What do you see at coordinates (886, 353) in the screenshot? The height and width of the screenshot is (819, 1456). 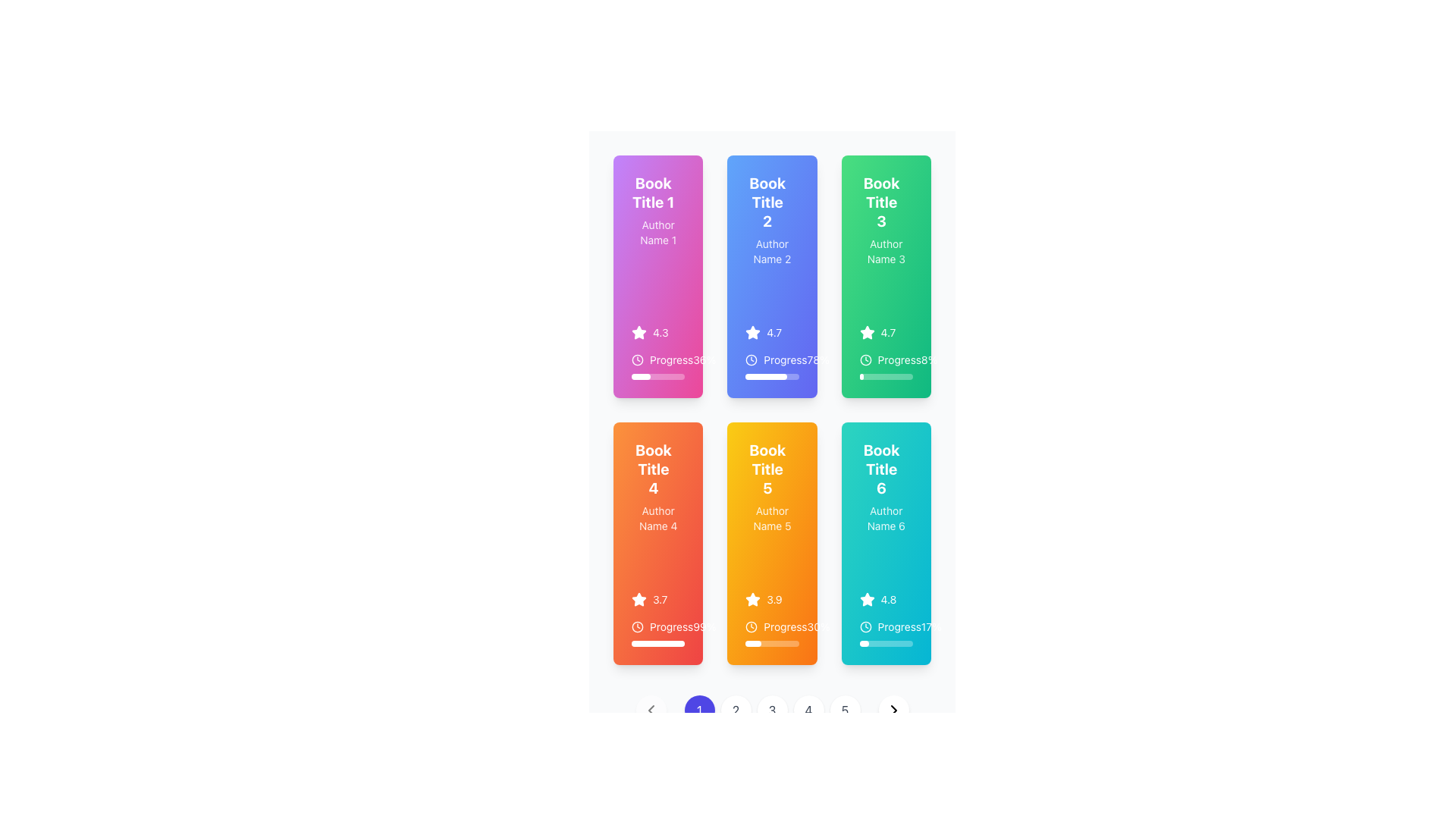 I see `the progress indicator labeled 'Progress' with '8%' text on the green card titled 'Book Title 3' located in the top-right area of the interface` at bounding box center [886, 353].